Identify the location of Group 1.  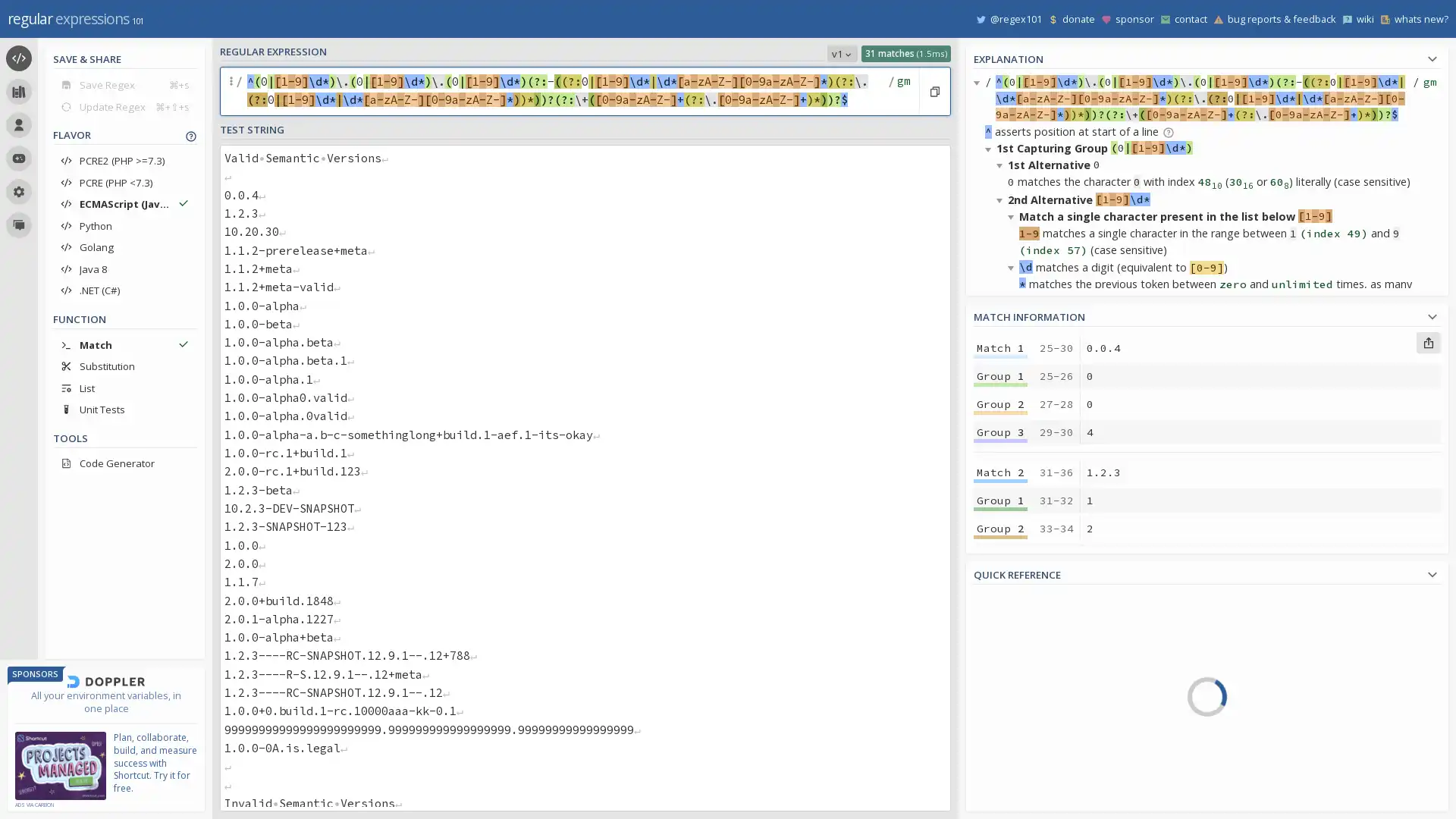
(1000, 500).